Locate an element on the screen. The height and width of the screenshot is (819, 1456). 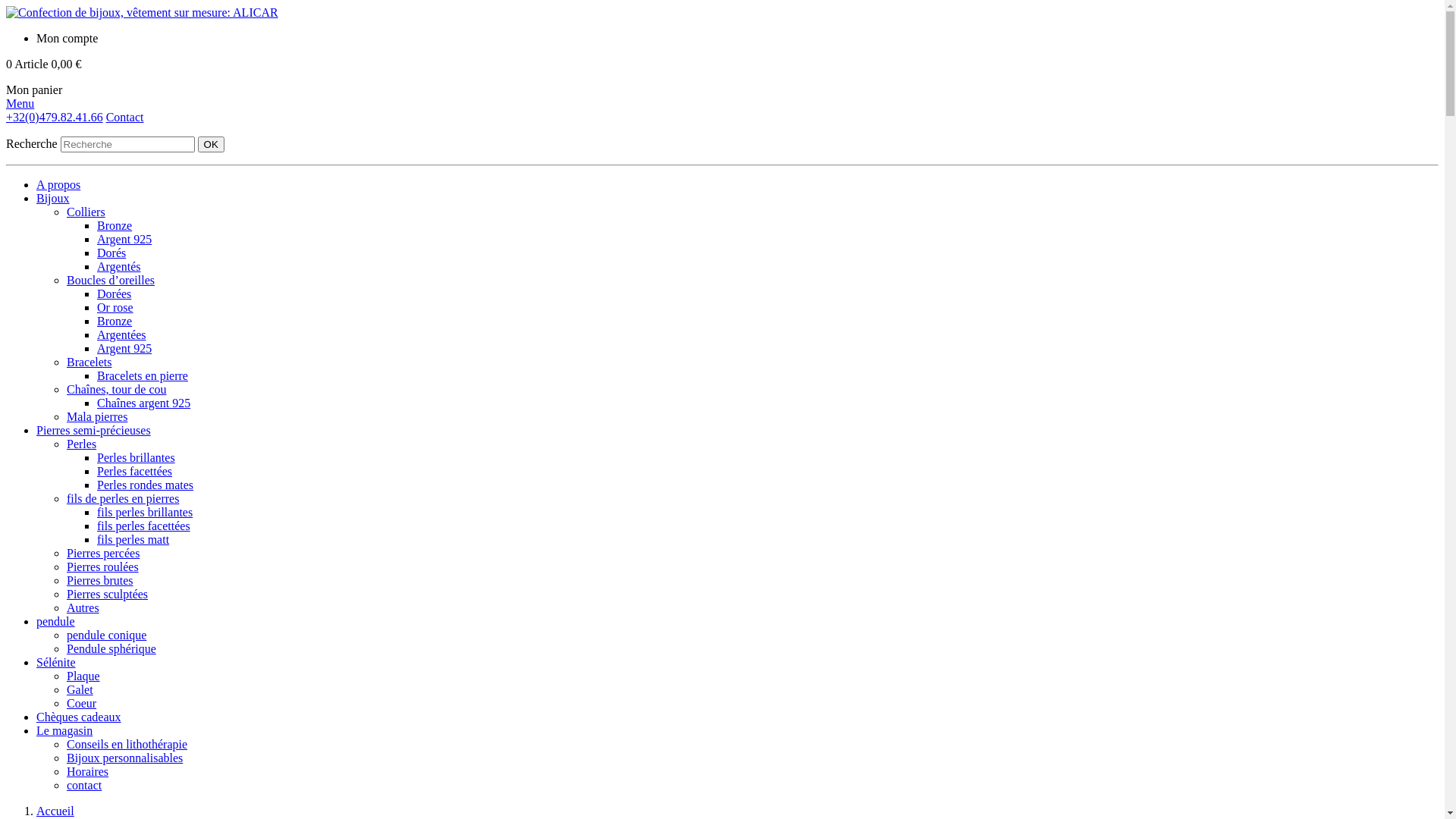
'Argent 925' is located at coordinates (124, 239).